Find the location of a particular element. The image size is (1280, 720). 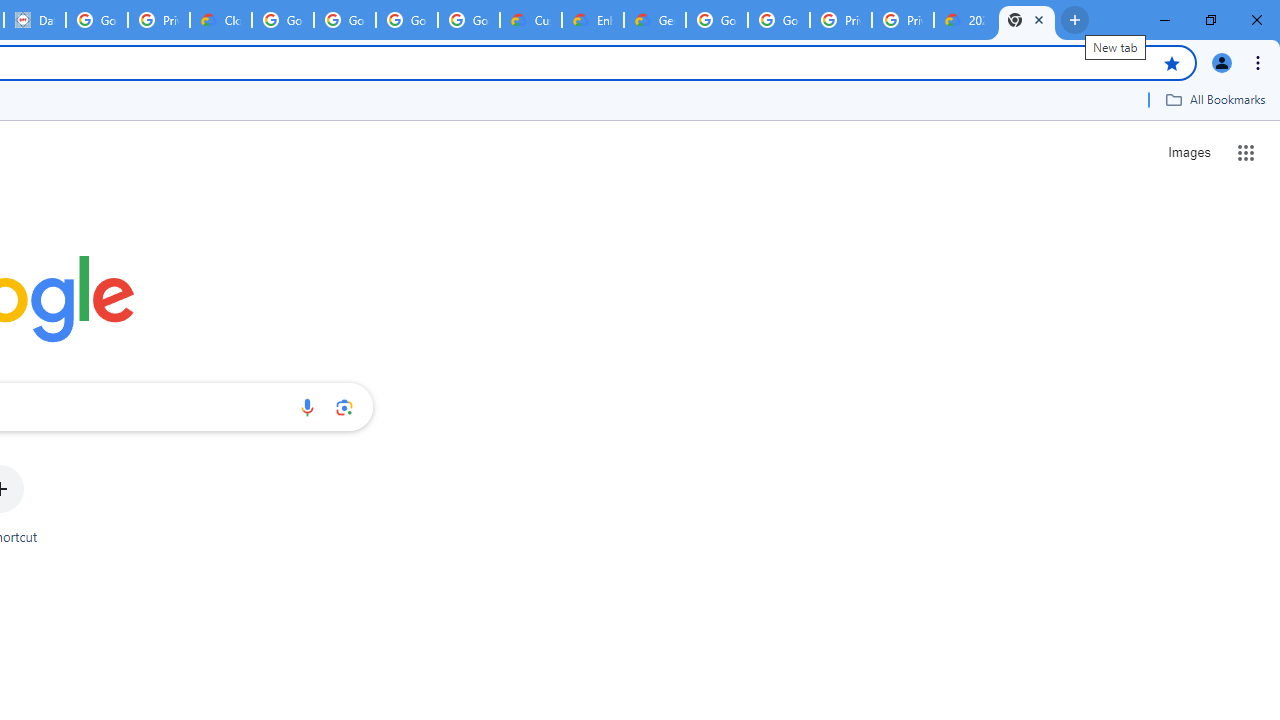

'Gemini for Business and Developers | Google Cloud' is located at coordinates (654, 20).